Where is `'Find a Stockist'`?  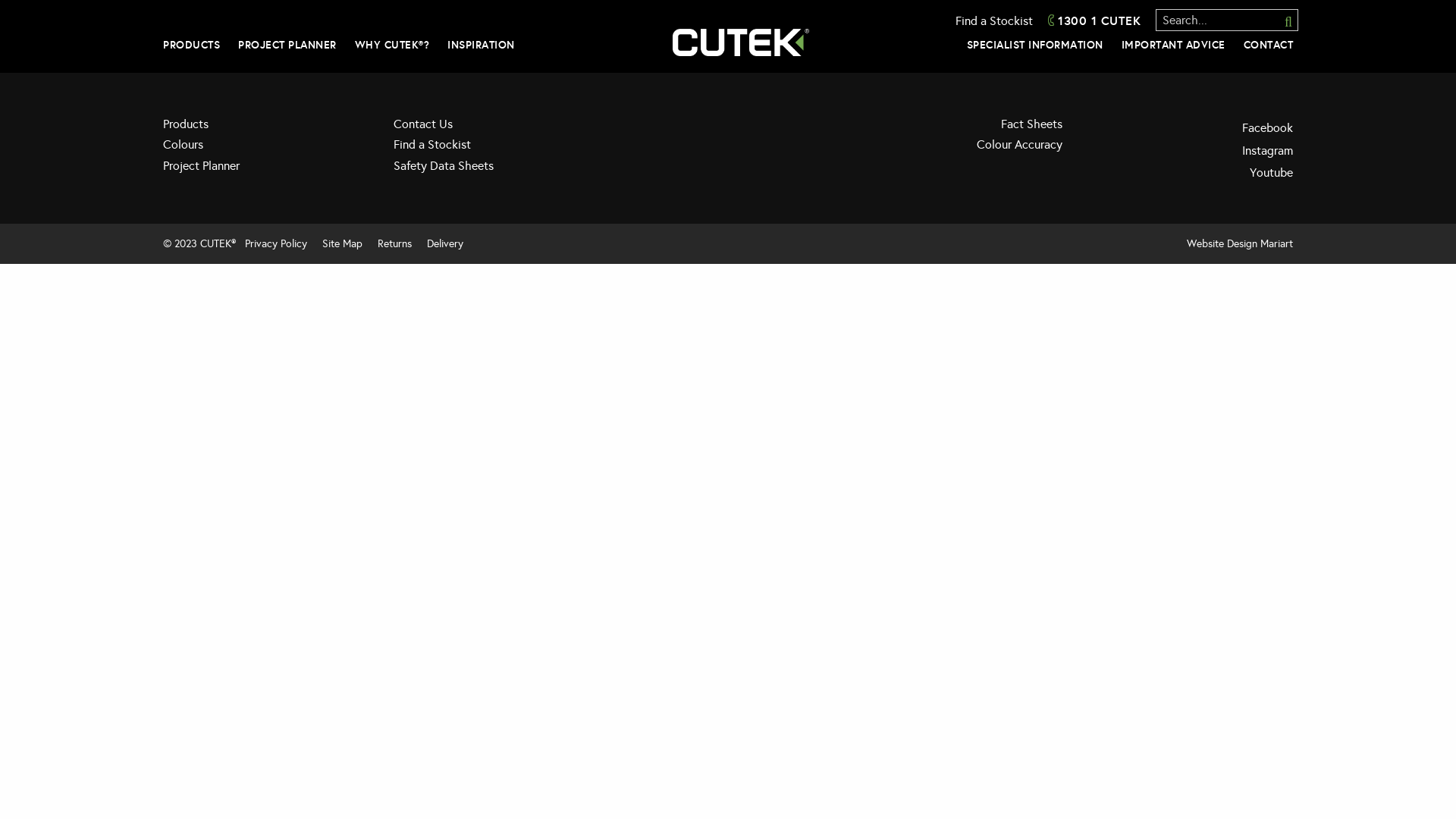
'Find a Stockist' is located at coordinates (993, 20).